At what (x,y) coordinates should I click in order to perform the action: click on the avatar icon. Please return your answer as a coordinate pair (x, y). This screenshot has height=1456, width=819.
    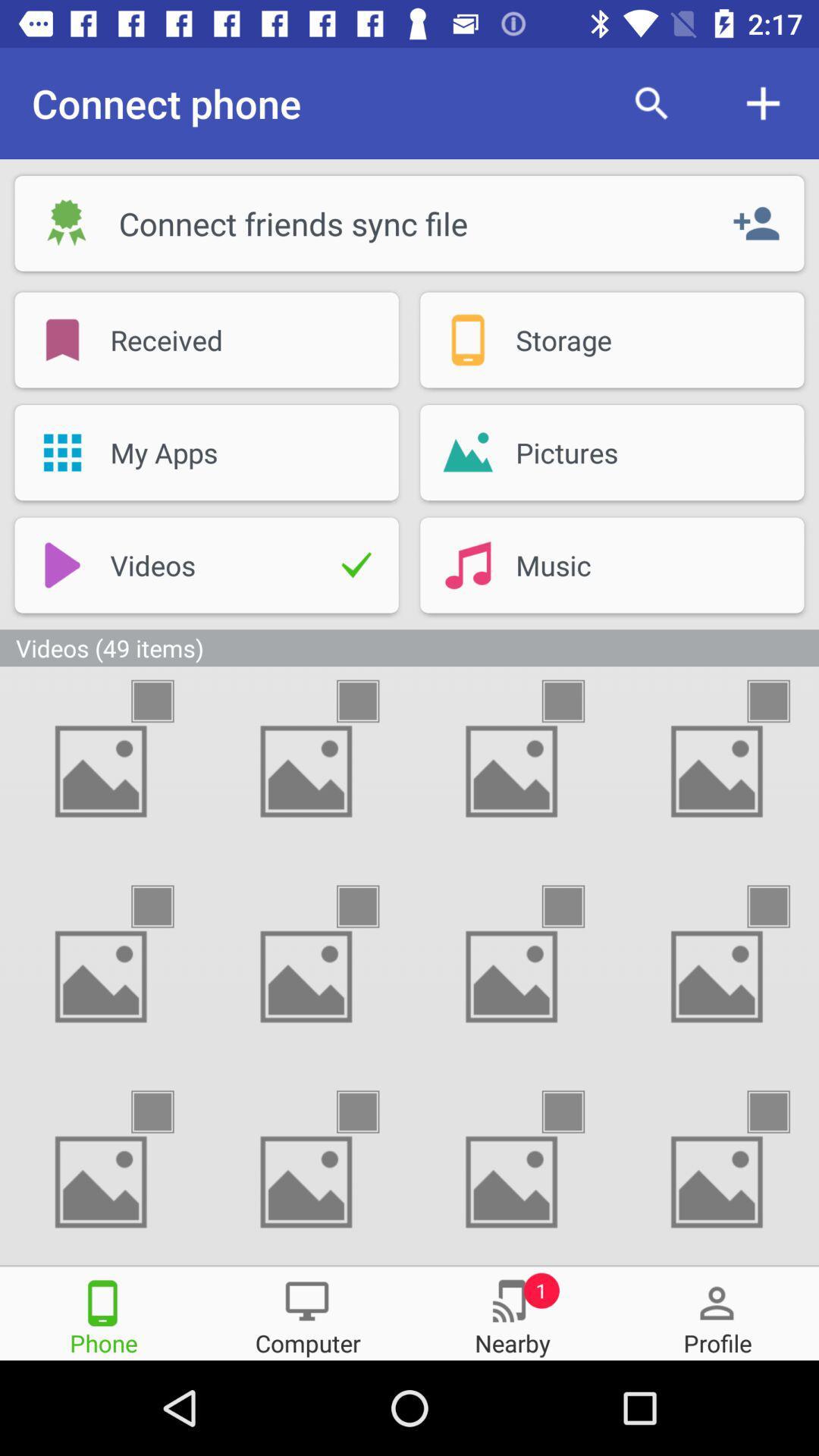
    Looking at the image, I should click on (717, 1312).